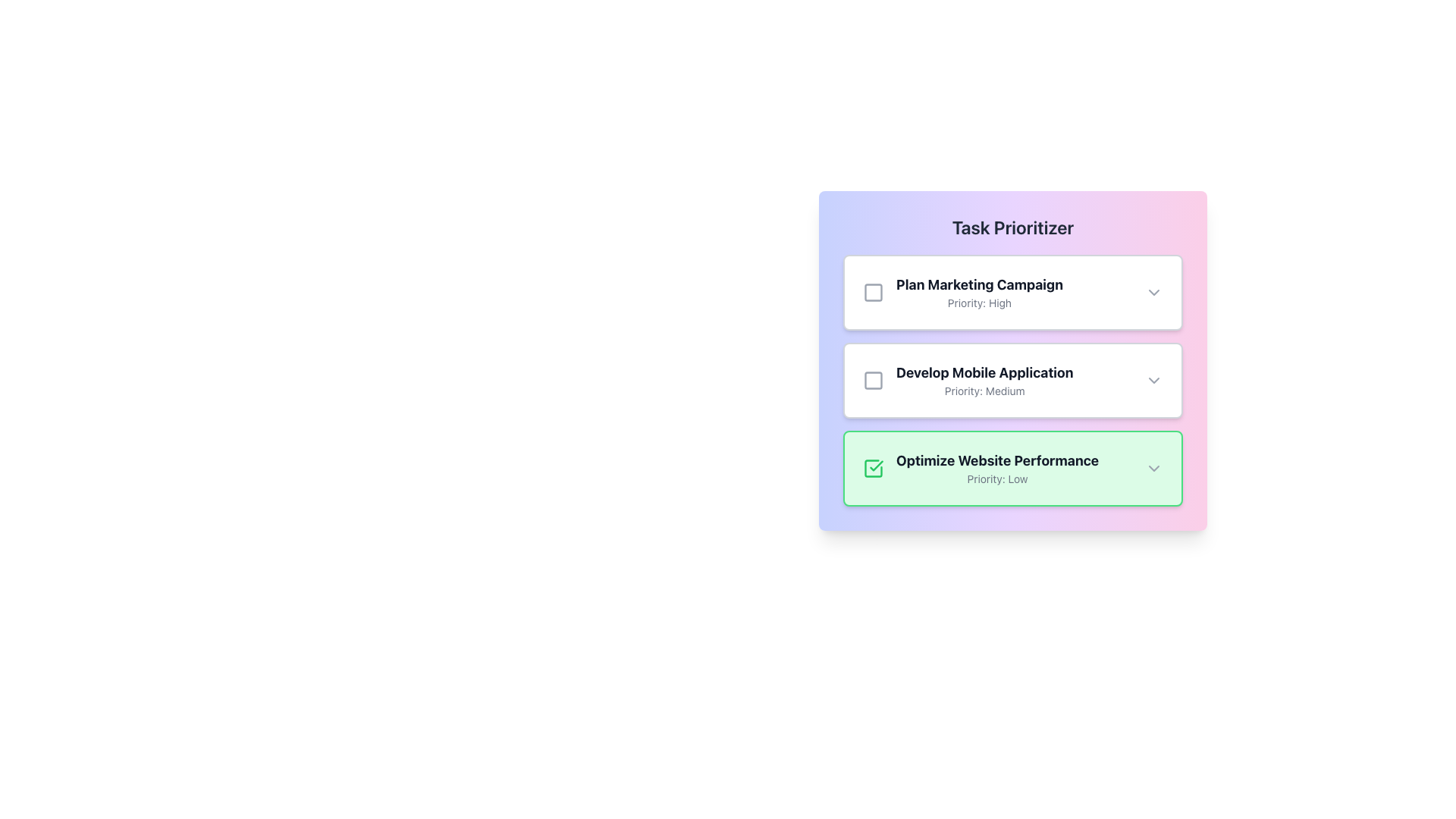 The height and width of the screenshot is (819, 1456). What do you see at coordinates (997, 467) in the screenshot?
I see `the text label displaying the task title and priority level, which is the third item in the task list under 'Task Prioritizer'` at bounding box center [997, 467].